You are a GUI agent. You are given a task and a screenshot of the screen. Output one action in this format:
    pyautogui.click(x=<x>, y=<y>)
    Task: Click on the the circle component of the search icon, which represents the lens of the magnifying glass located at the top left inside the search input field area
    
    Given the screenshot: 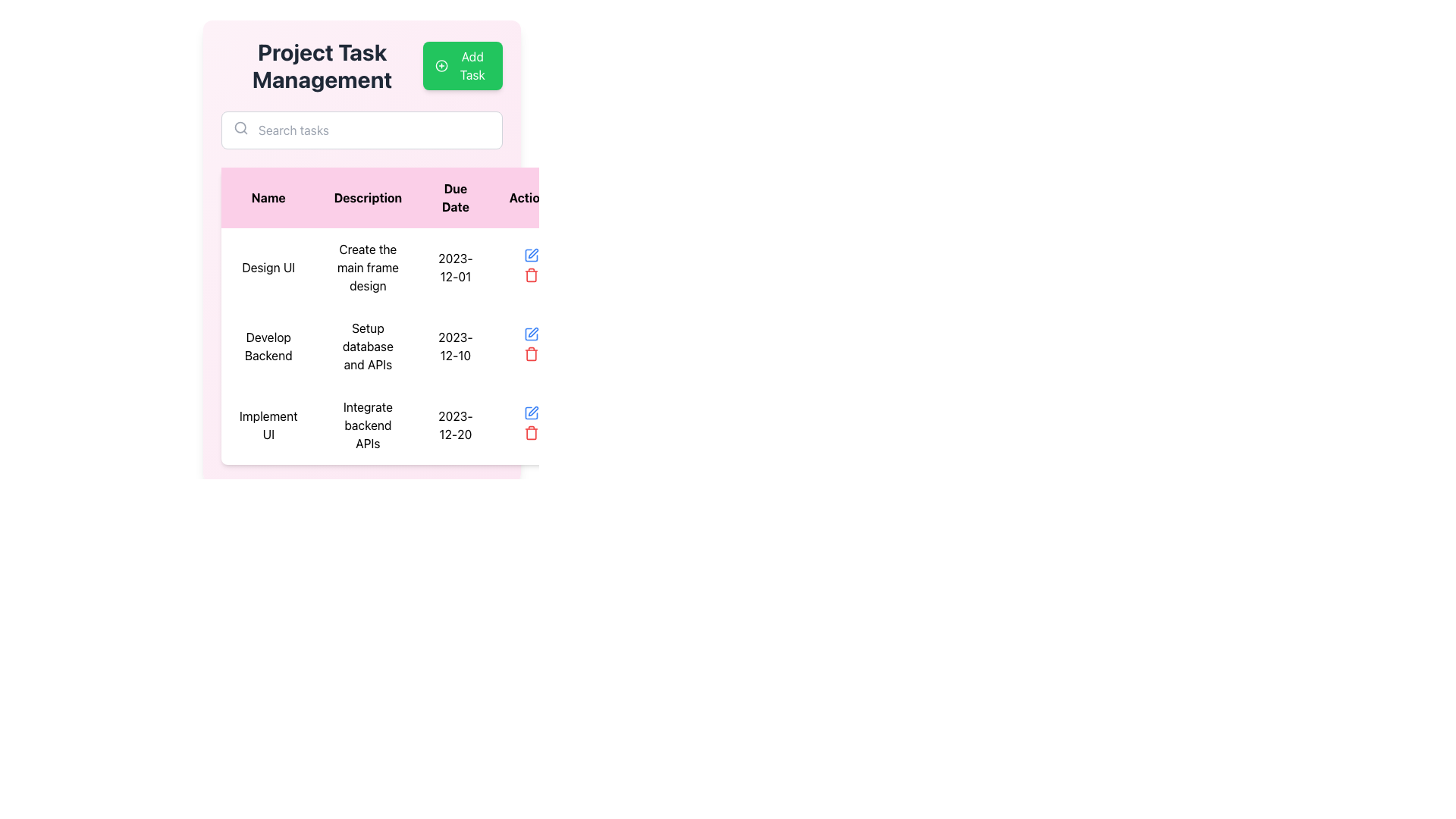 What is the action you would take?
    pyautogui.click(x=240, y=127)
    